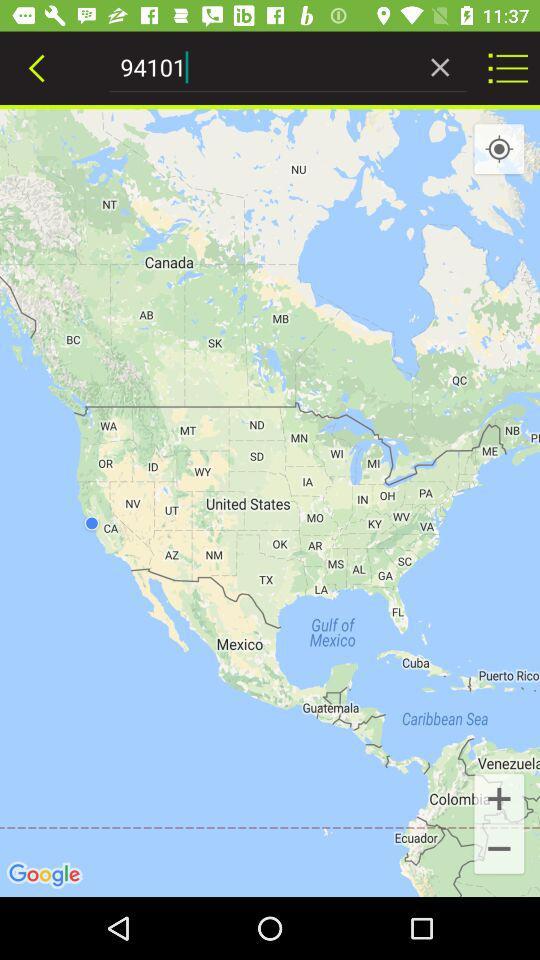 This screenshot has height=960, width=540. I want to click on the minus icon, so click(498, 849).